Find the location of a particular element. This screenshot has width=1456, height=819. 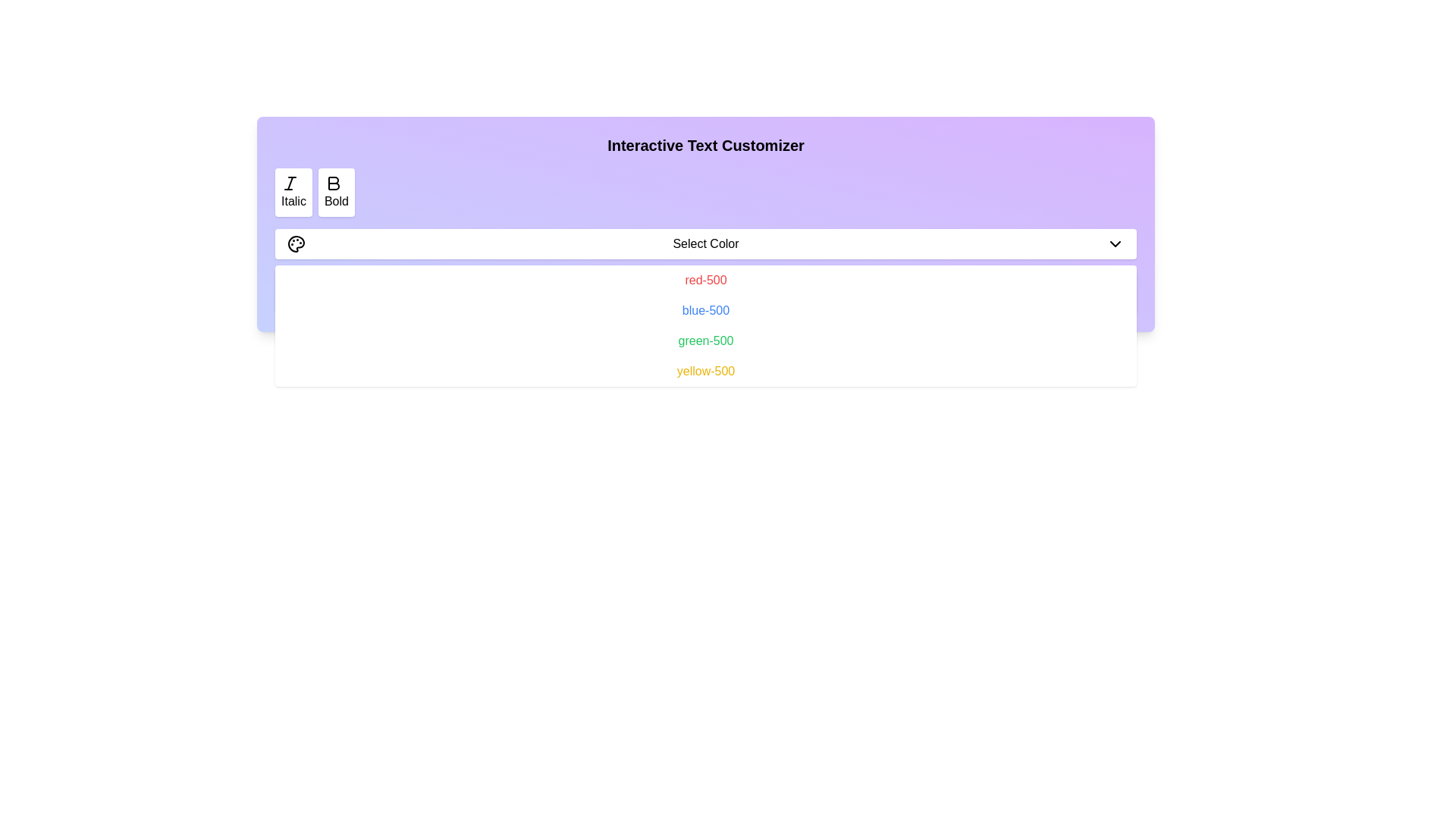

the bold formatting button located to the right of the 'Italic' button is located at coordinates (335, 192).